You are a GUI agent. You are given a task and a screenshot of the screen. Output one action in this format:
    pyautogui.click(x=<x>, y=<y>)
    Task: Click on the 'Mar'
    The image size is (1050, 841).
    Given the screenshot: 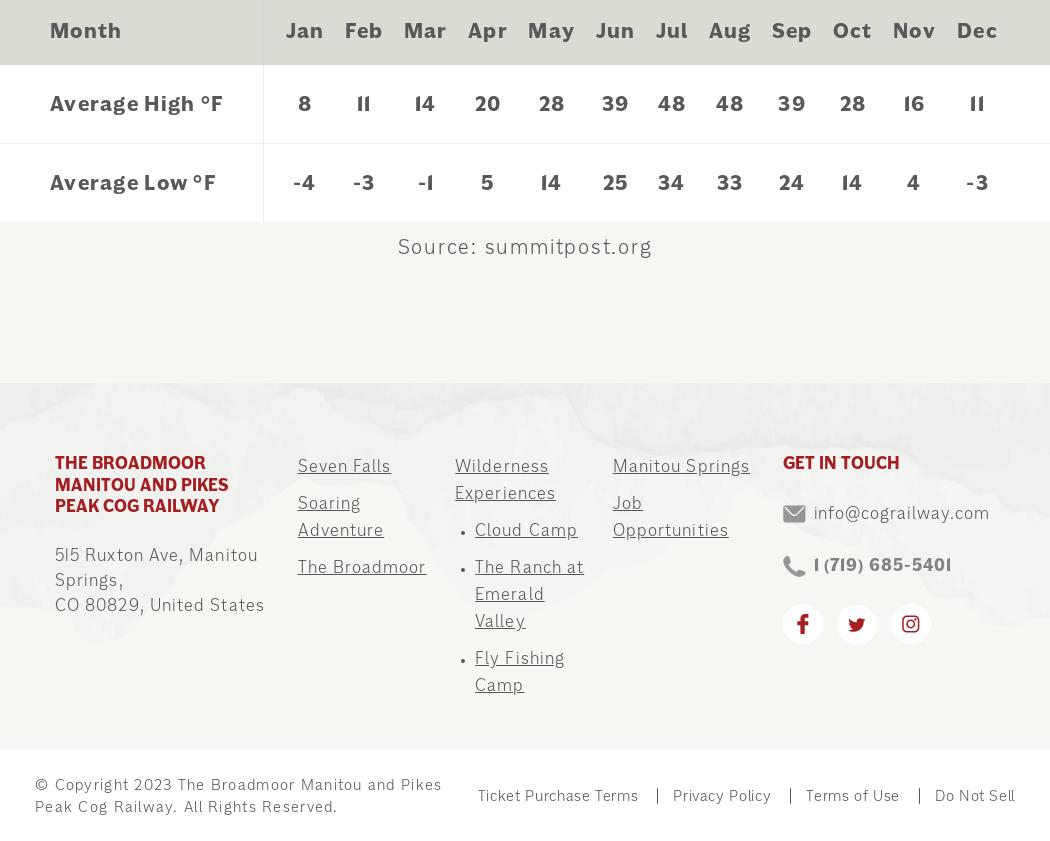 What is the action you would take?
    pyautogui.click(x=424, y=30)
    